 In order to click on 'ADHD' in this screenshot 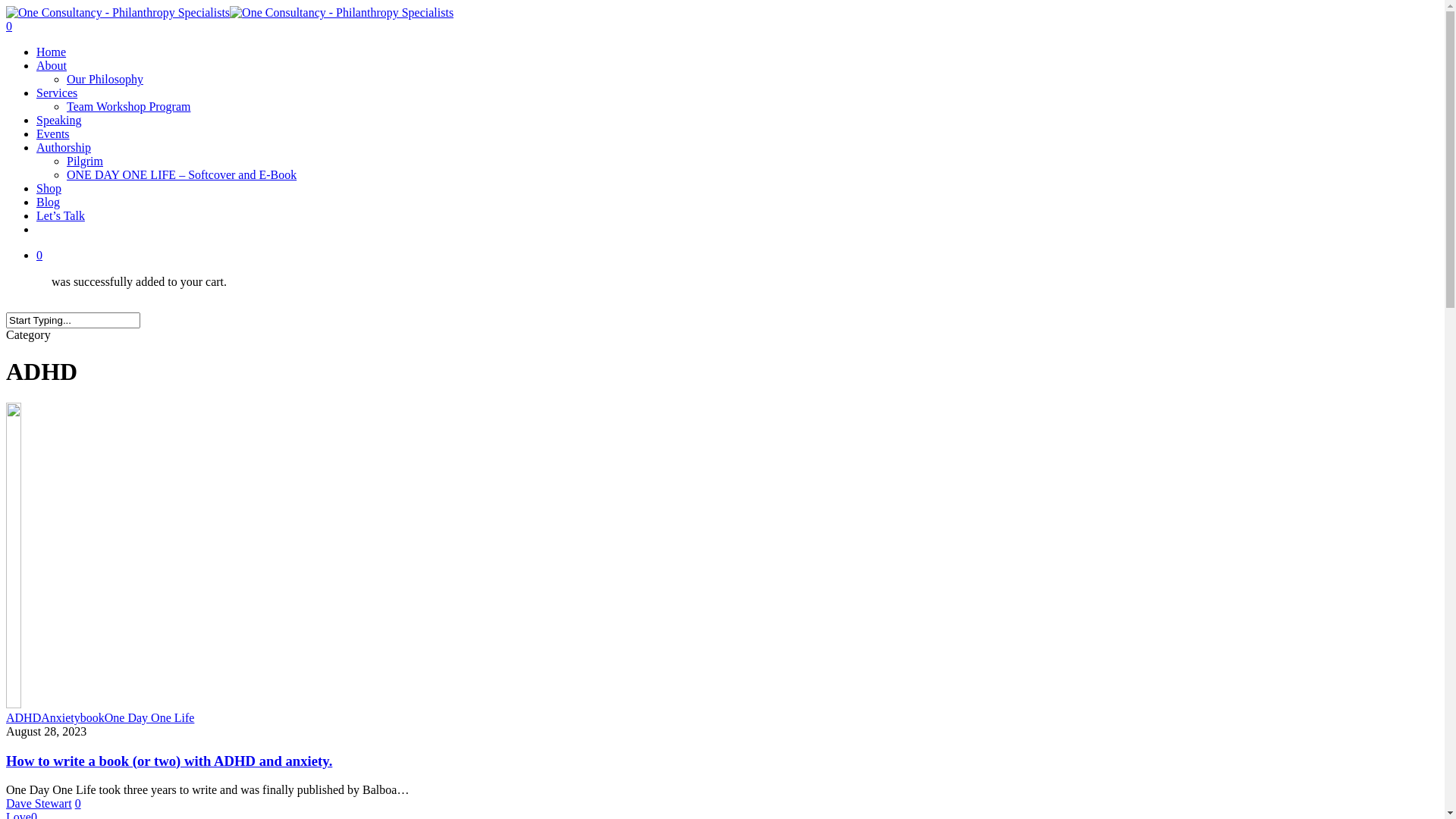, I will do `click(6, 717)`.